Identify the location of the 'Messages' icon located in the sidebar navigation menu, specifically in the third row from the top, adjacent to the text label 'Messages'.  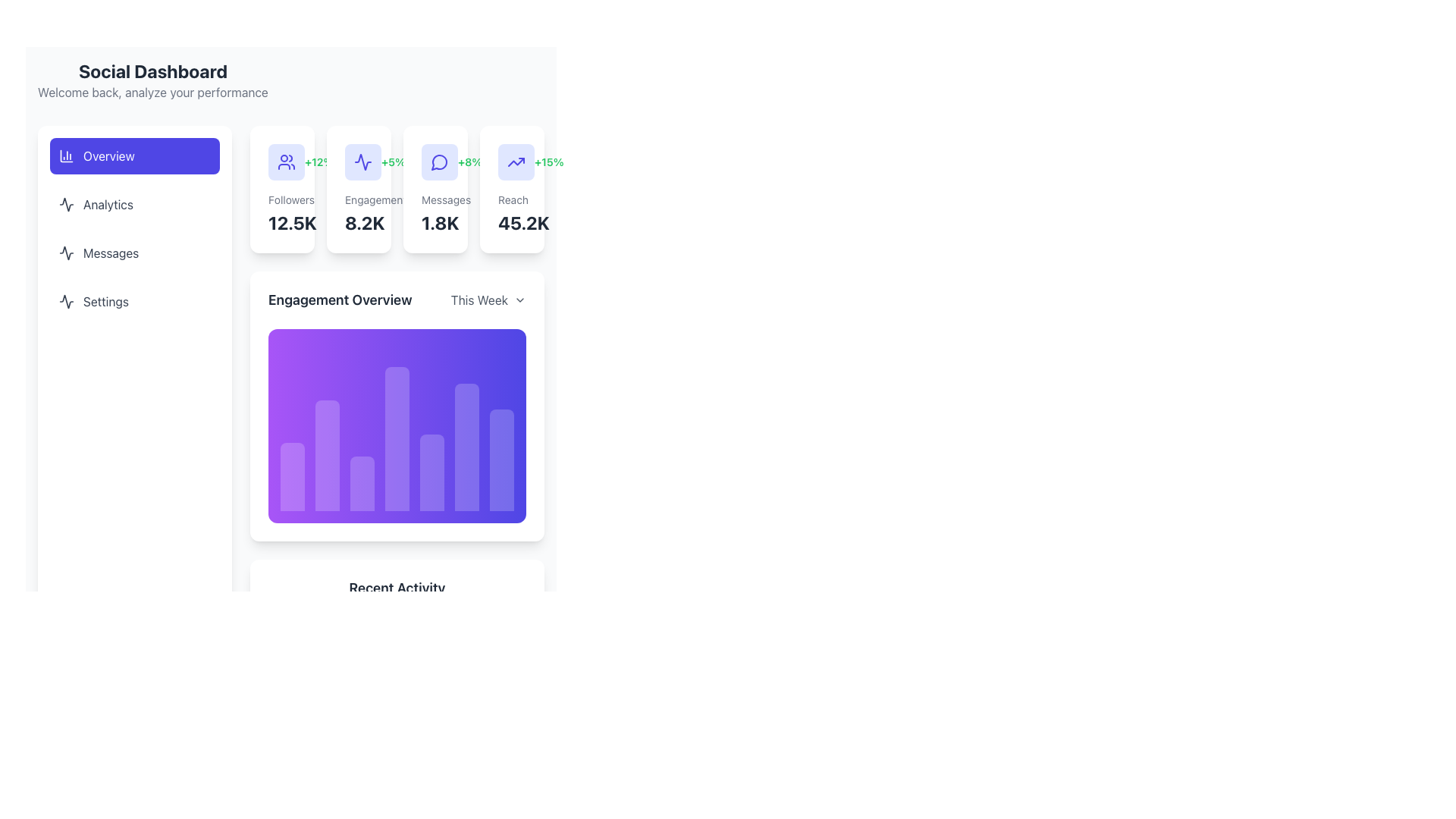
(65, 253).